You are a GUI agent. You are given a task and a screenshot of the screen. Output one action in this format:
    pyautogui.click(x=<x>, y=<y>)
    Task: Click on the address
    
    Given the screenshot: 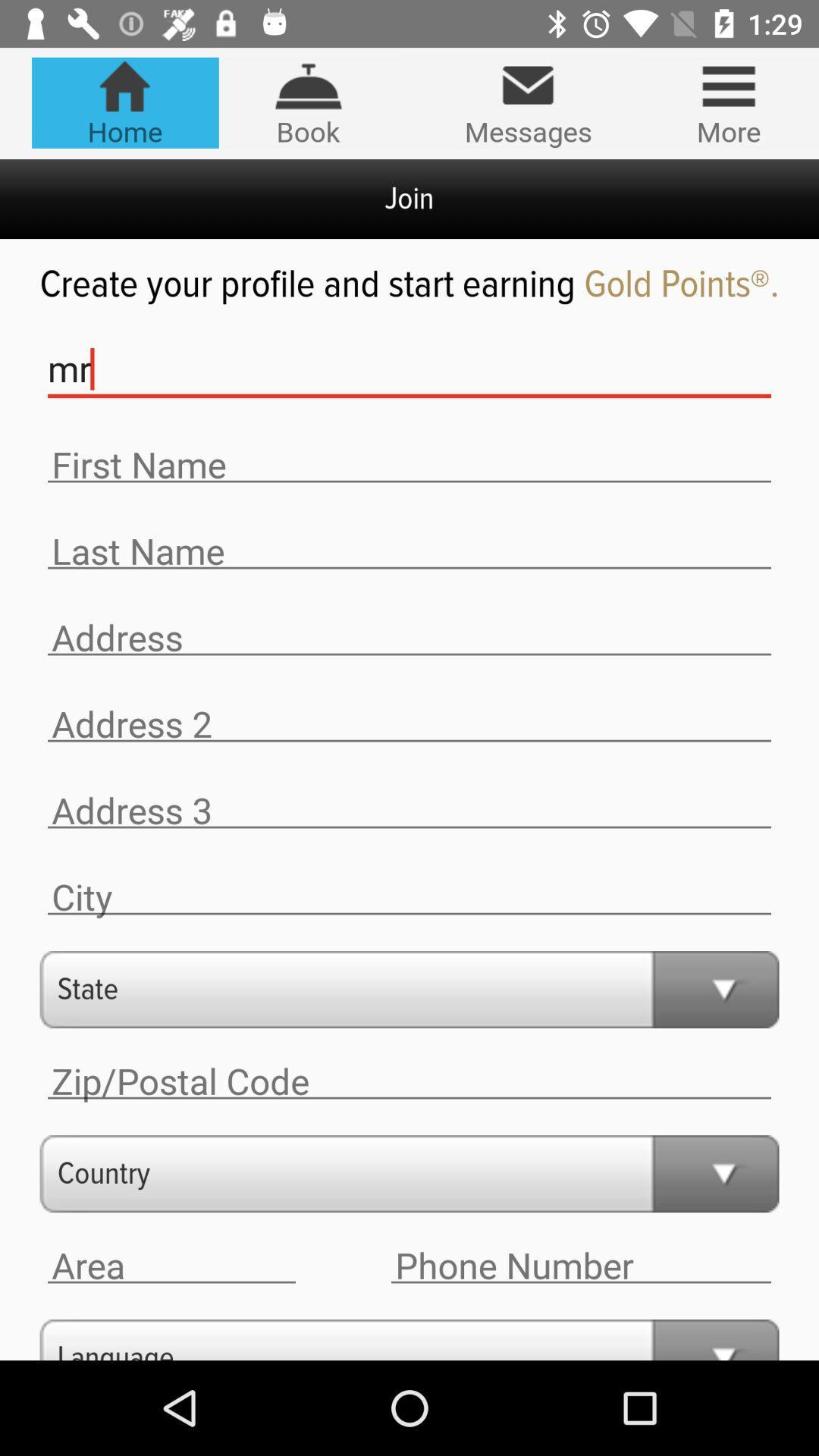 What is the action you would take?
    pyautogui.click(x=171, y=1266)
    